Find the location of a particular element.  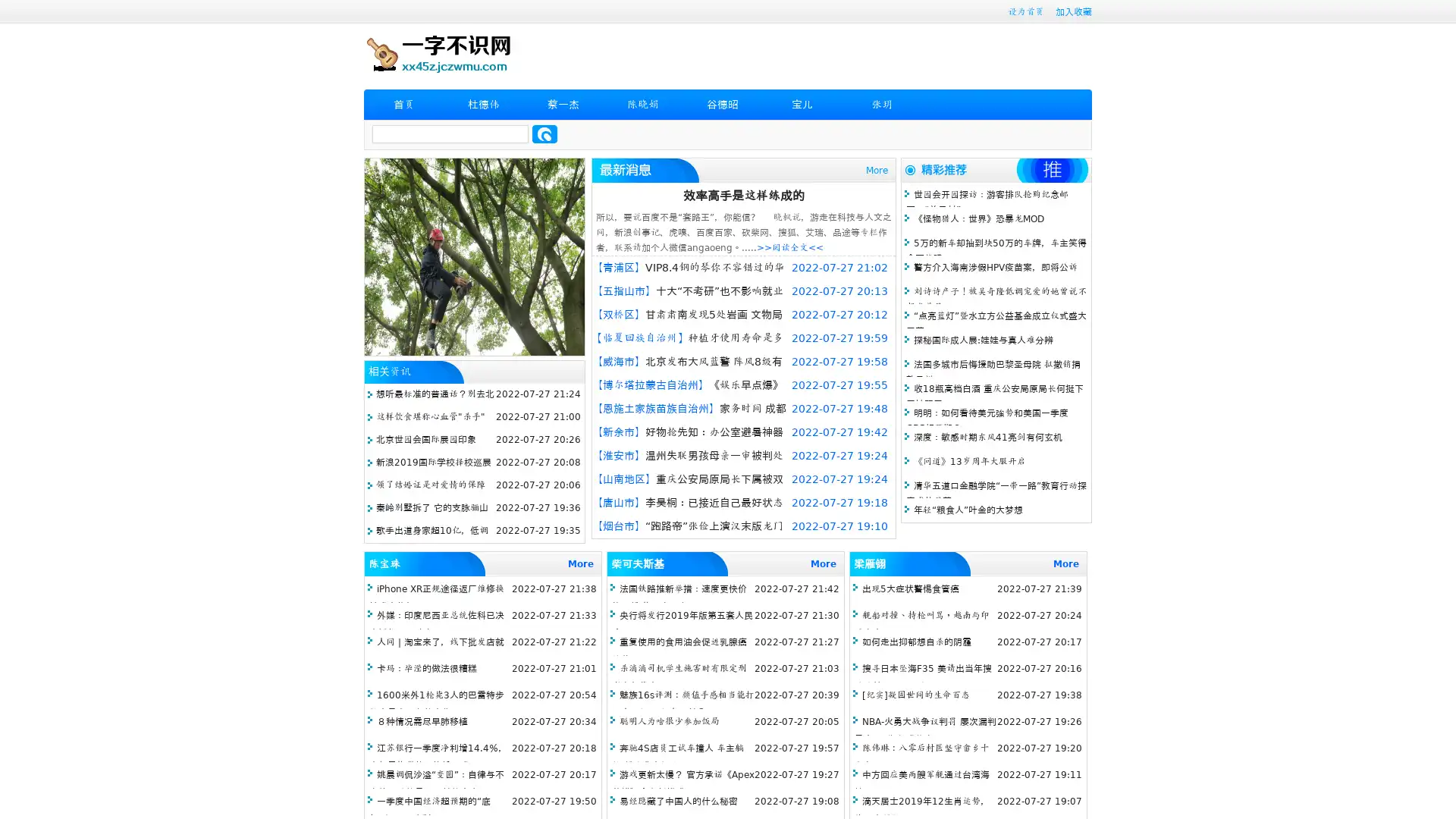

Search is located at coordinates (544, 133).